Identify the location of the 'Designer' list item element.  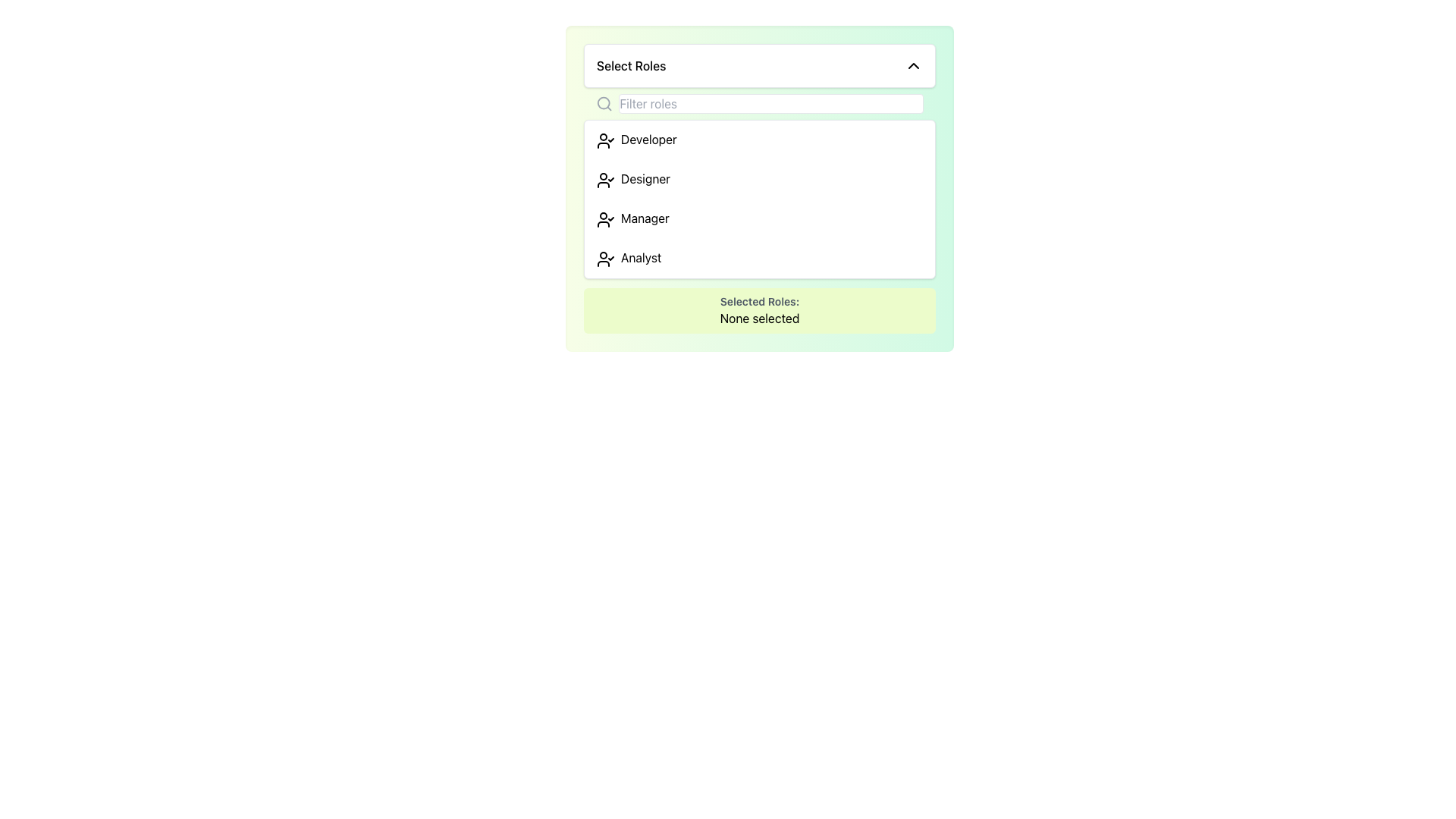
(760, 178).